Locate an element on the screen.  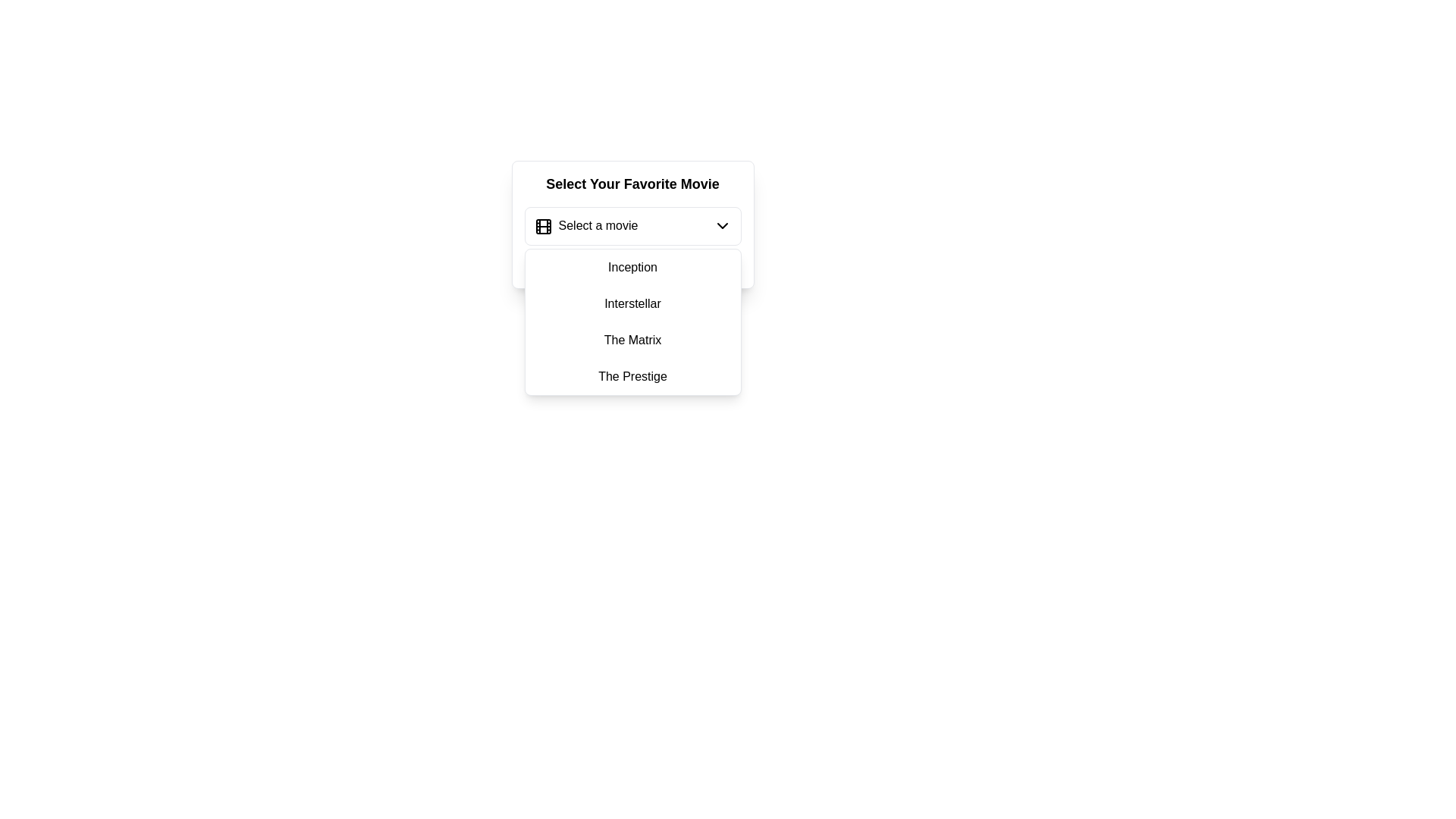
the film roll icon with a black stroke style, which is located to the left of the 'Select a movie' text in the dropdown-like header element is located at coordinates (543, 226).